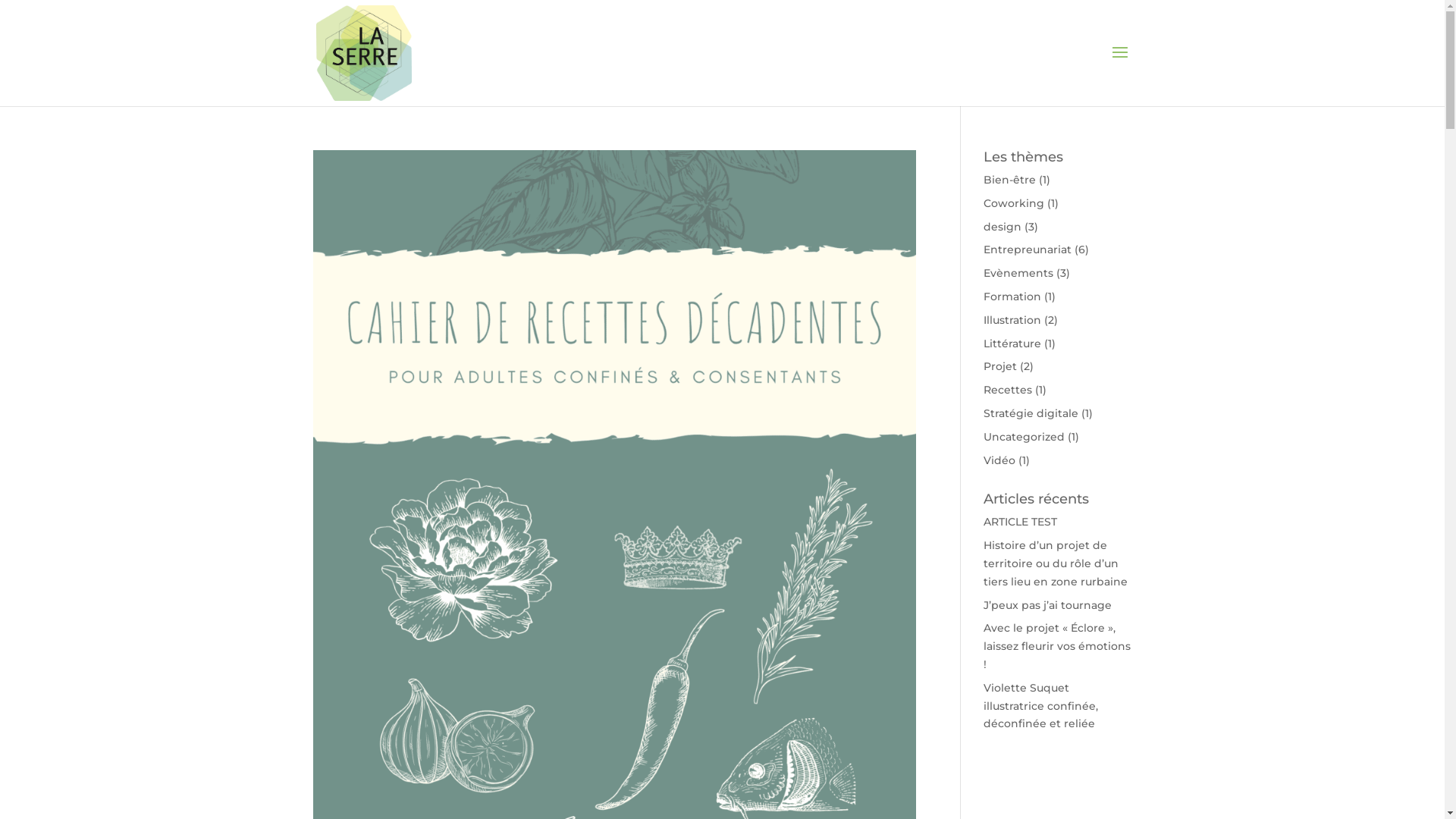 The image size is (1456, 819). Describe the element at coordinates (1012, 318) in the screenshot. I see `'Illustration'` at that location.